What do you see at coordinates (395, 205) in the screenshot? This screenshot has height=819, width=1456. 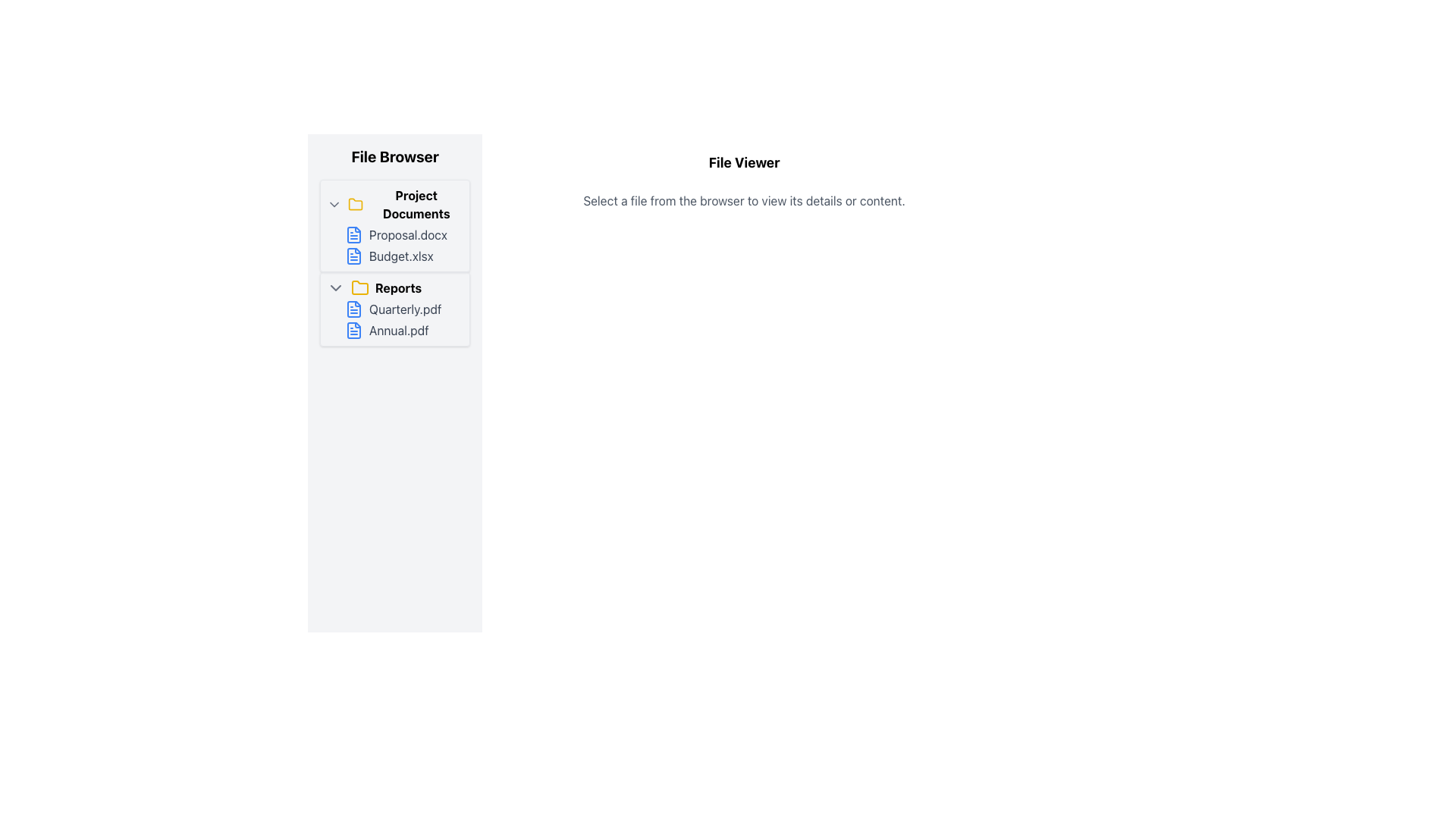 I see `the 'Project Documents' folder entry in the file browser` at bounding box center [395, 205].